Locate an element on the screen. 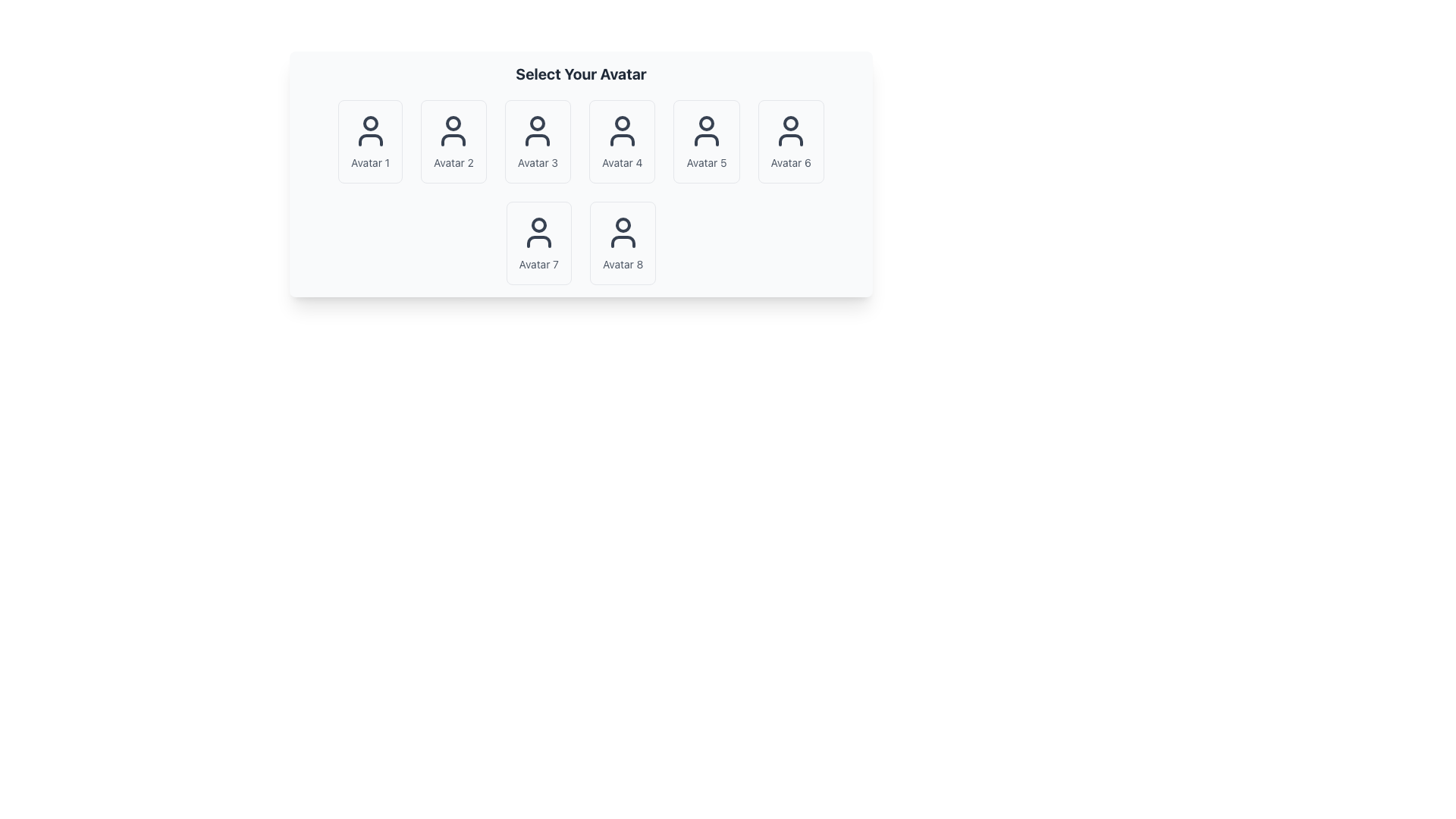  the circular icon located at the top center of Avatar 8, which is in the second row and second column of the selection grid is located at coordinates (623, 225).